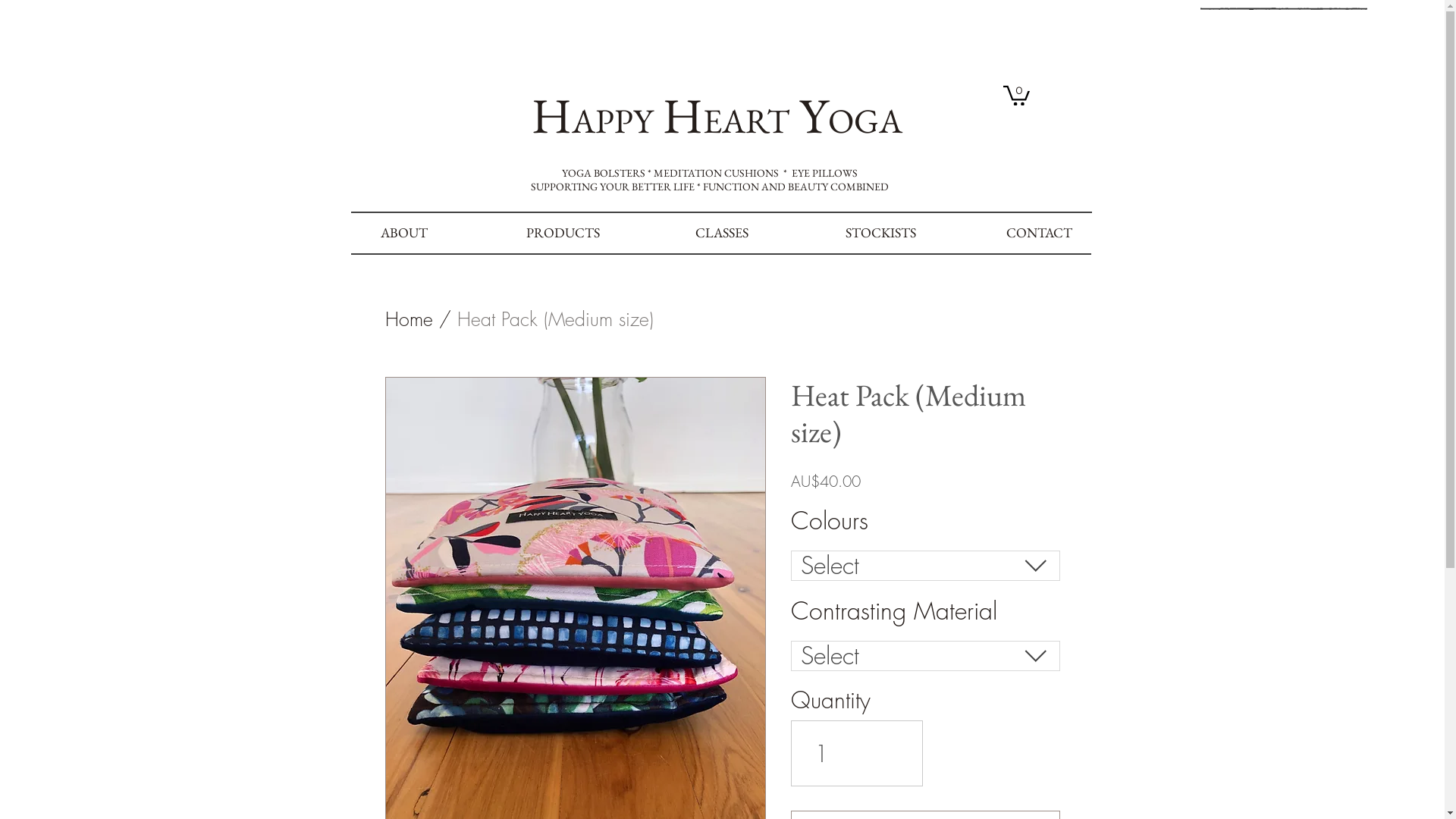 This screenshot has width=1456, height=819. What do you see at coordinates (483, 233) in the screenshot?
I see `'PRODUCTS'` at bounding box center [483, 233].